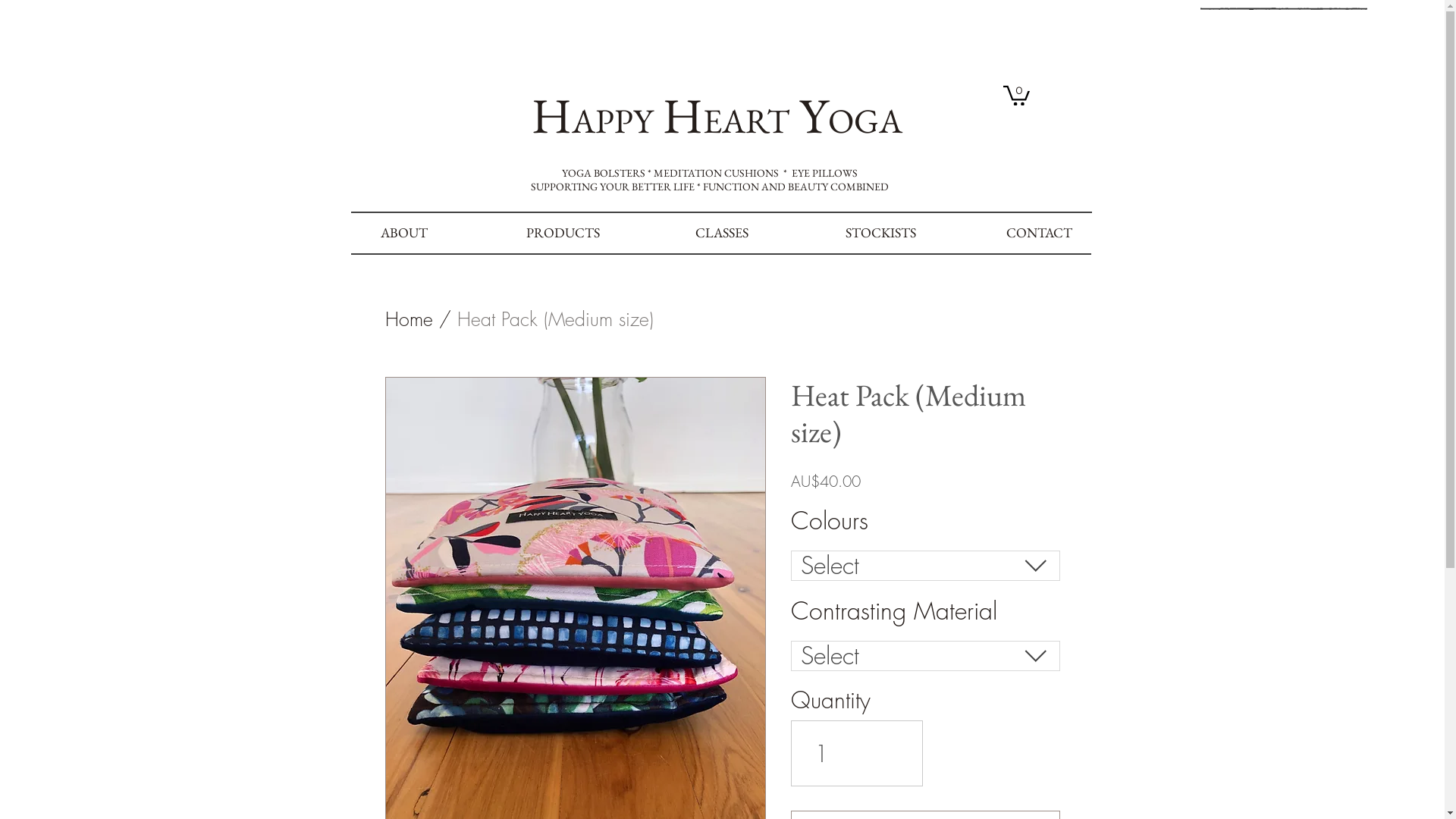 This screenshot has width=1456, height=819. What do you see at coordinates (483, 233) in the screenshot?
I see `'PRODUCTS'` at bounding box center [483, 233].